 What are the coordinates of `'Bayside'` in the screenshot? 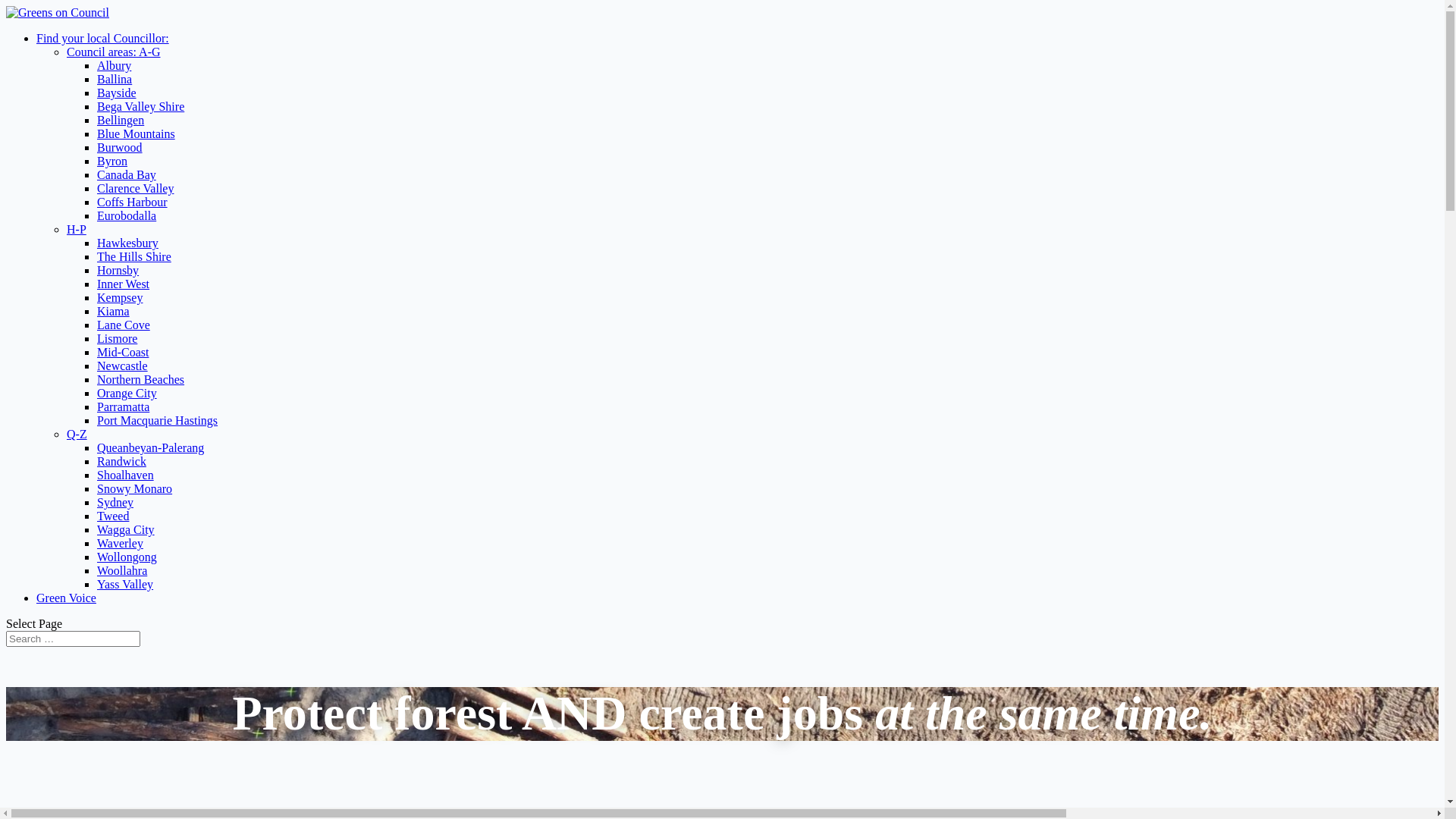 It's located at (115, 93).